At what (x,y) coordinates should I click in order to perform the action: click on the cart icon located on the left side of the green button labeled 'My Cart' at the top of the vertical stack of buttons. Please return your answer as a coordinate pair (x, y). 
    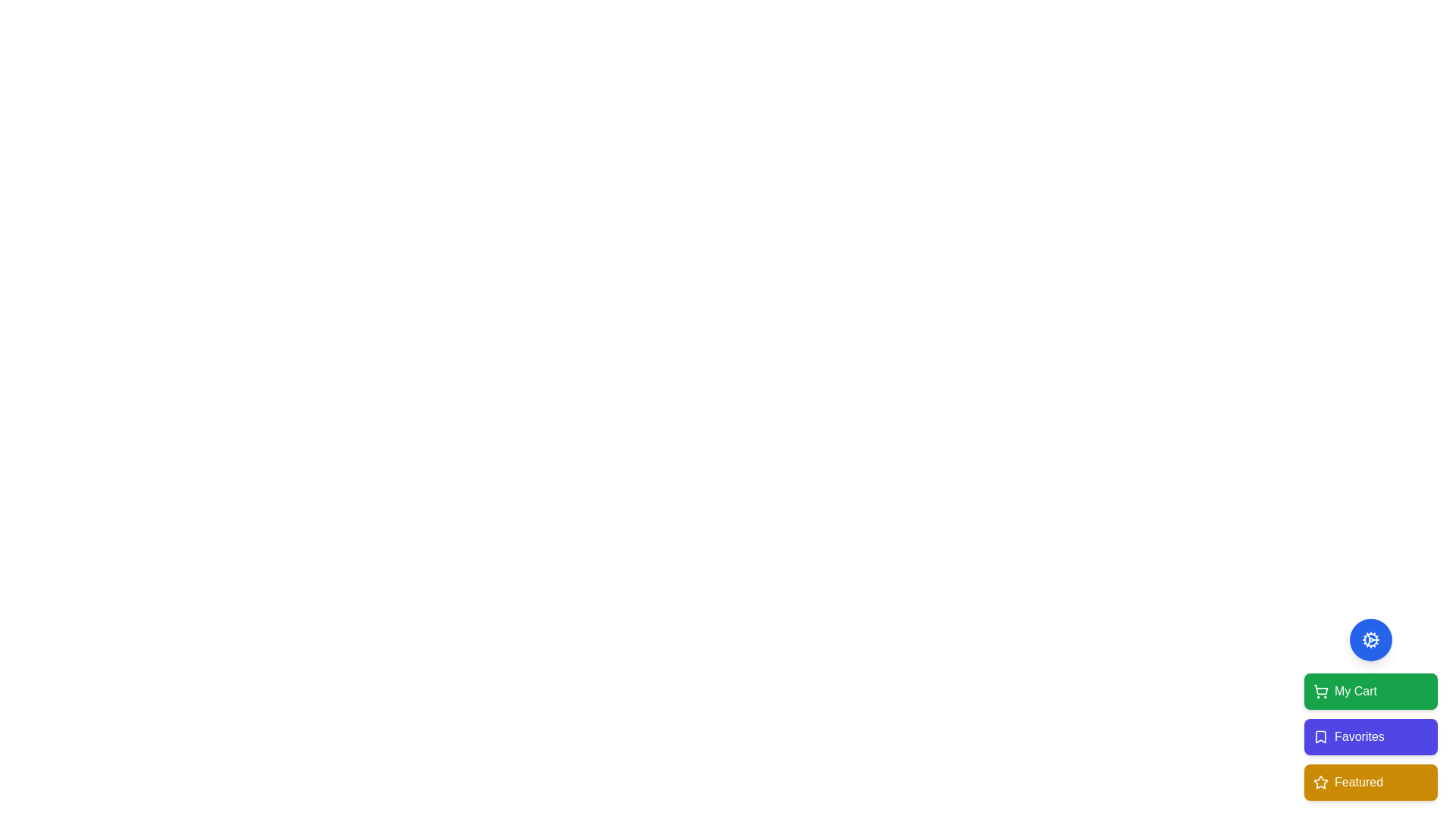
    Looking at the image, I should click on (1320, 691).